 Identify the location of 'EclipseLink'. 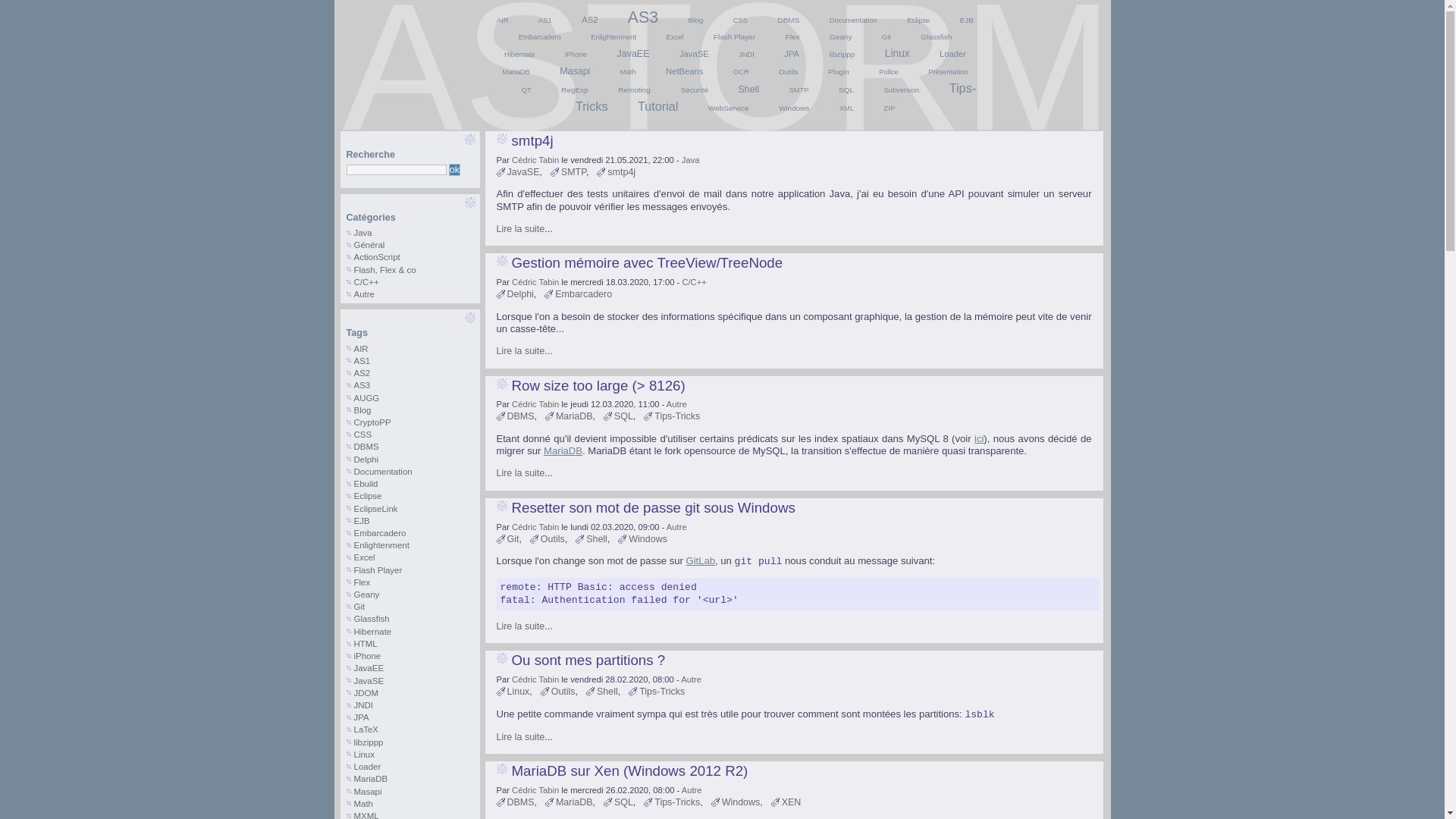
(375, 509).